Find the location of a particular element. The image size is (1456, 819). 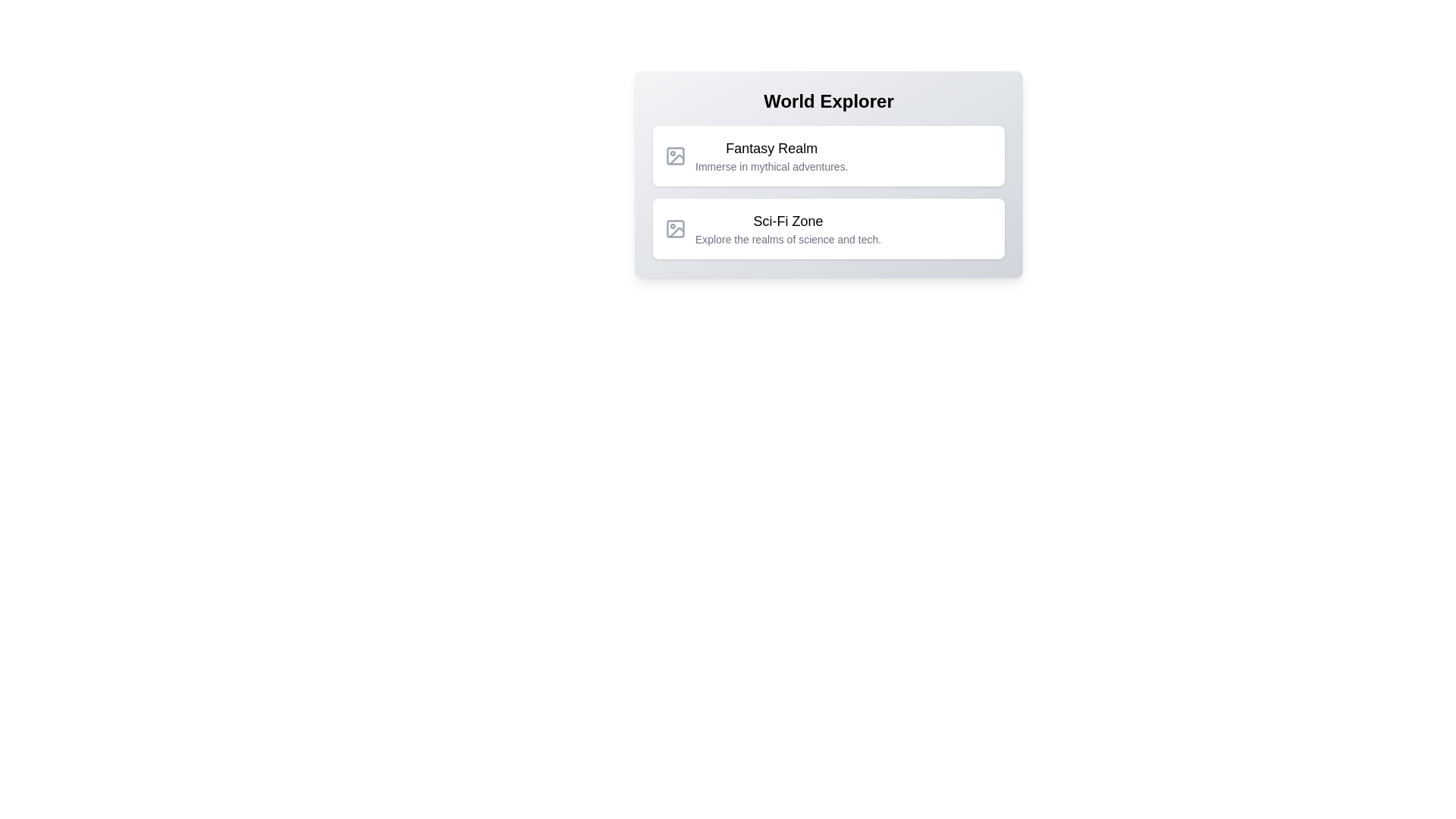

the descriptive subtitle located directly below the 'Fantasy Realm' text, which provides additional context about the option is located at coordinates (771, 166).